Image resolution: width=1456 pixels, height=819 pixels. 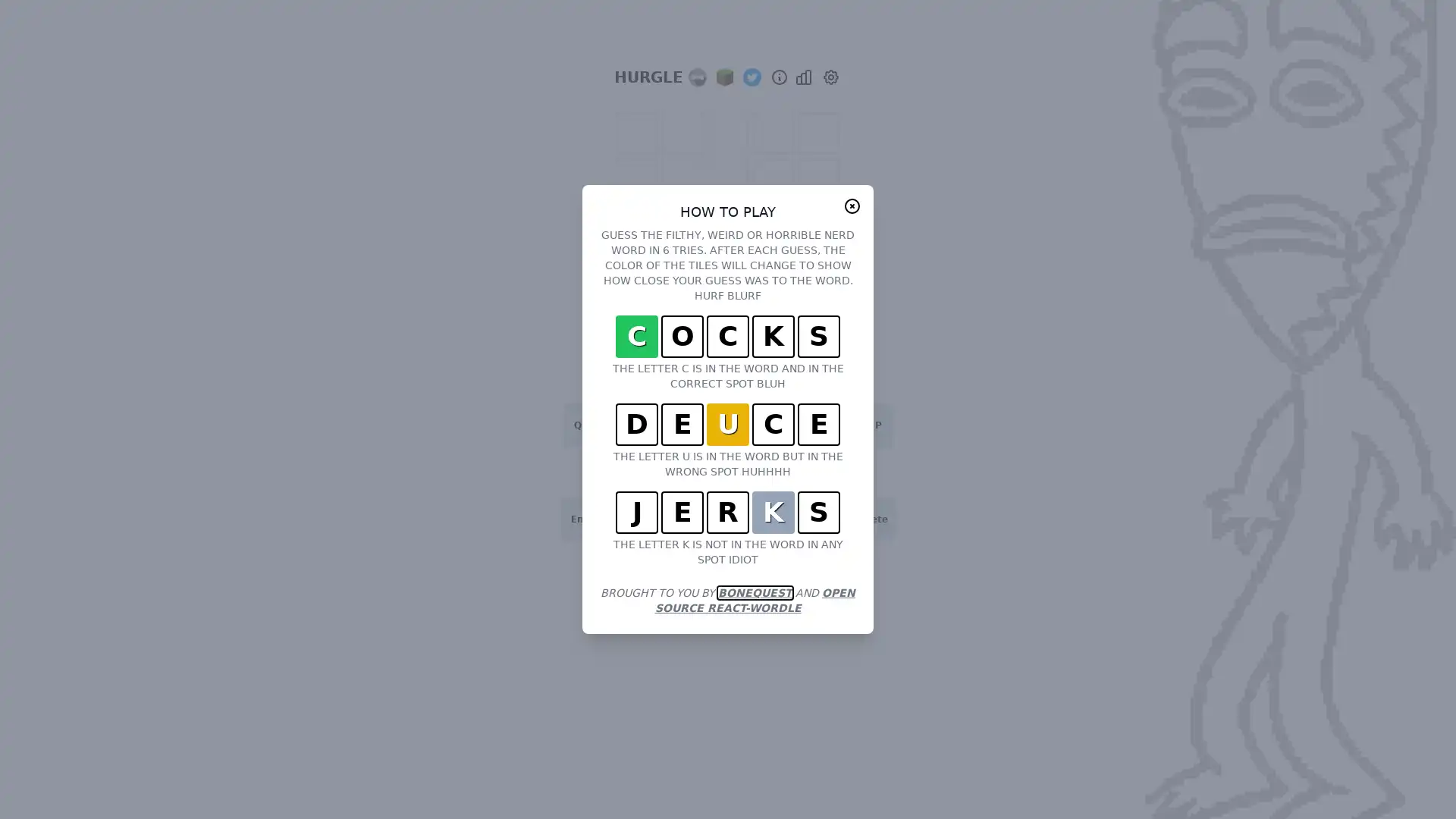 I want to click on H, so click(x=761, y=472).